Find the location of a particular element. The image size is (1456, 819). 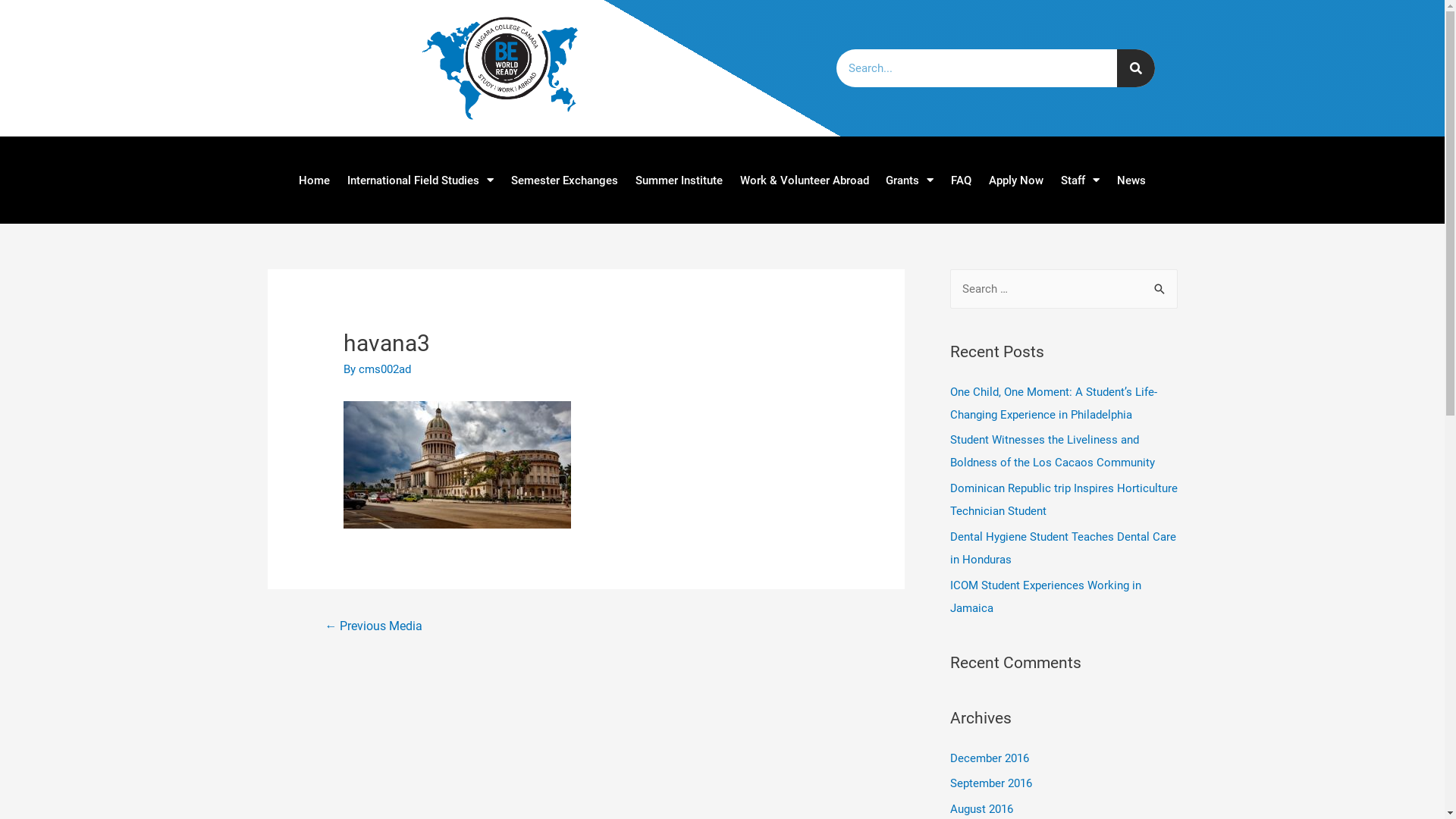

'Dental Hygiene Student Teaches Dental Care in Honduras' is located at coordinates (1062, 548).